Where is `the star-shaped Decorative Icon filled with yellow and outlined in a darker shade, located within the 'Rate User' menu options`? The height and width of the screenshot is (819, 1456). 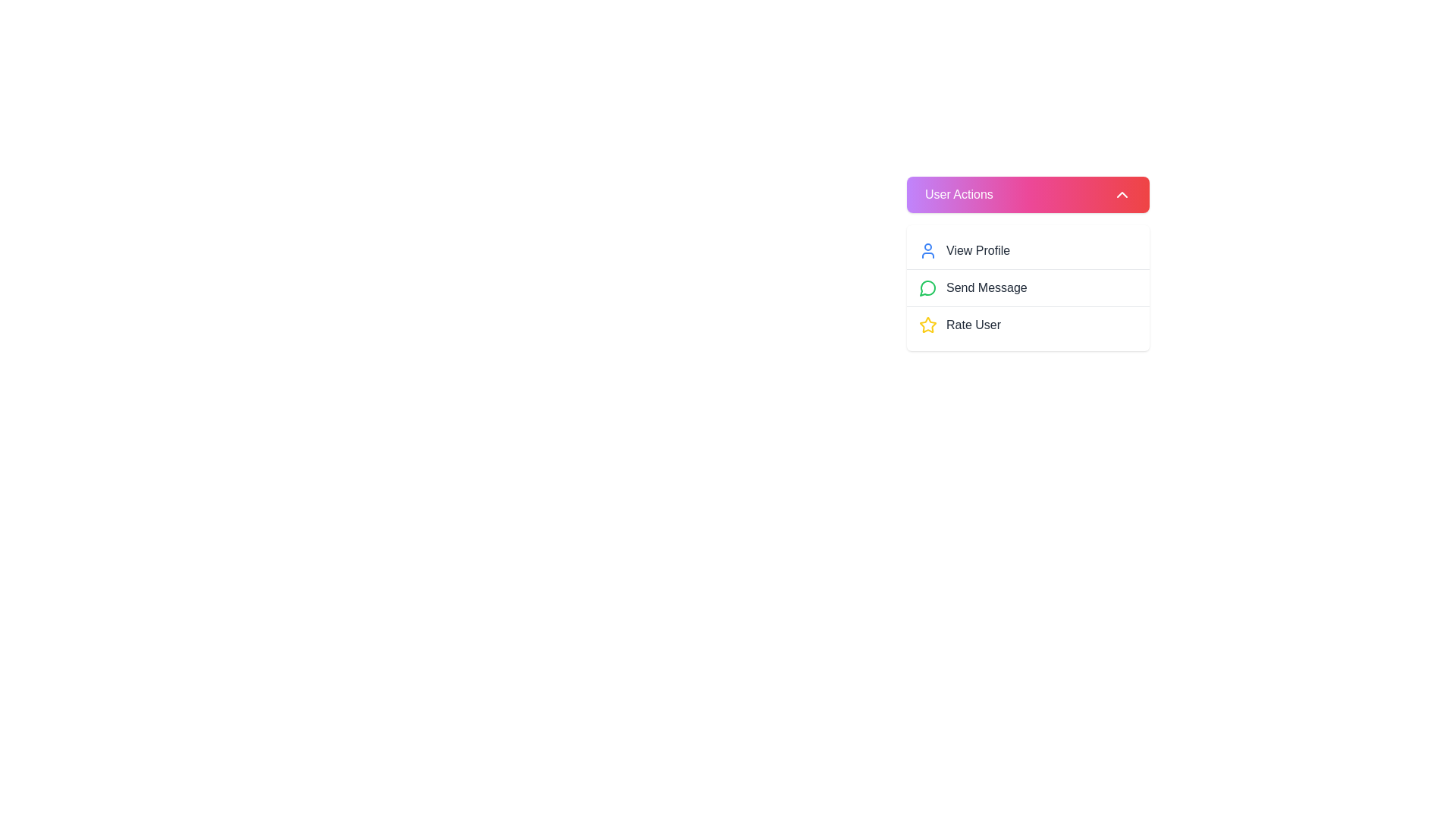 the star-shaped Decorative Icon filled with yellow and outlined in a darker shade, located within the 'Rate User' menu options is located at coordinates (927, 324).